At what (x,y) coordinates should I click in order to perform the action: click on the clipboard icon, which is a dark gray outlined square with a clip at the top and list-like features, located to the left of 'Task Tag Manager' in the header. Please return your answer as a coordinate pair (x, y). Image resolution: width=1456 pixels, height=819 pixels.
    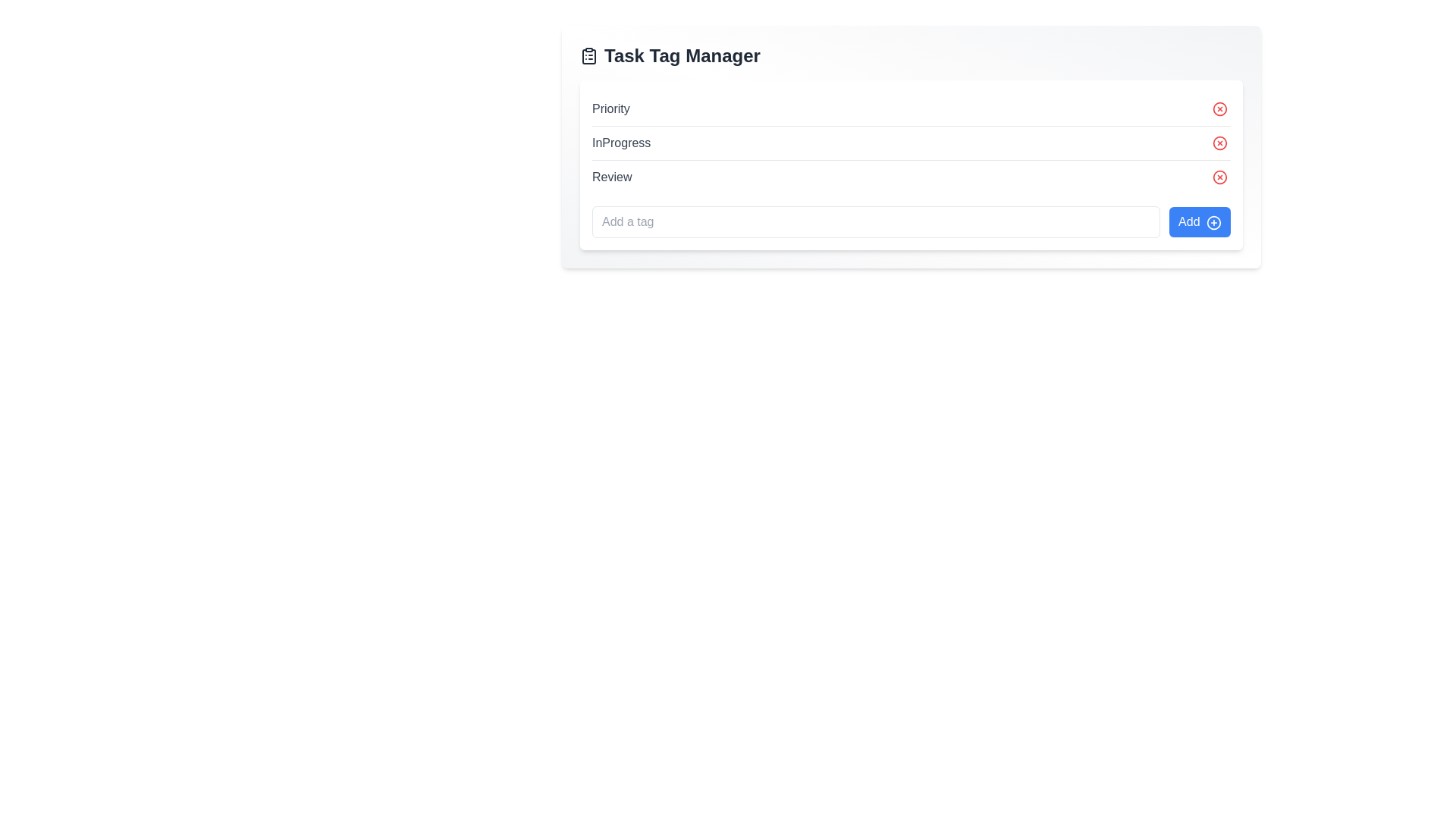
    Looking at the image, I should click on (588, 55).